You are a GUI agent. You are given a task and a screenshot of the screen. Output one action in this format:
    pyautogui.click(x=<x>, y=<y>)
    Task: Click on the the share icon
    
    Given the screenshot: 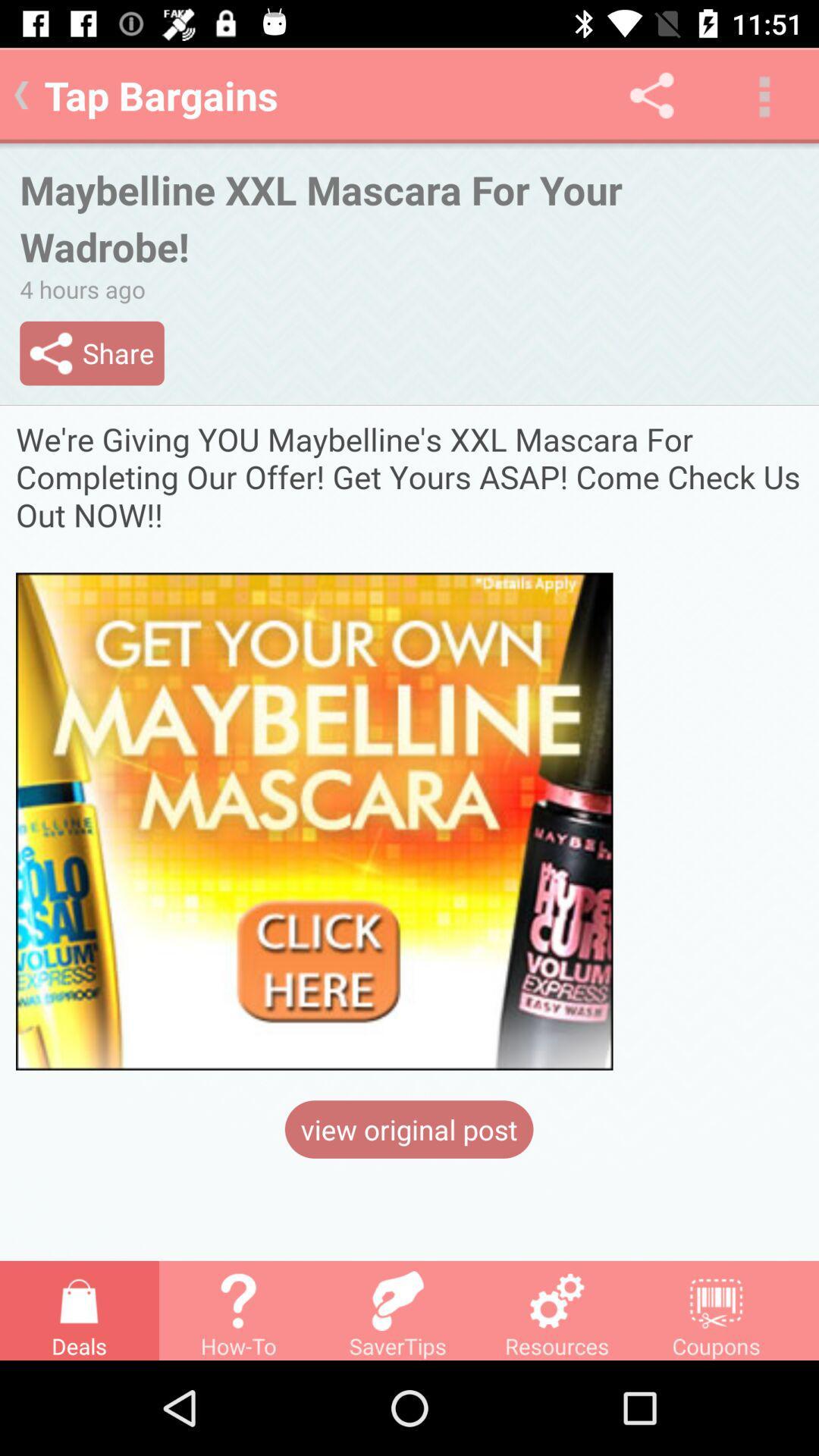 What is the action you would take?
    pyautogui.click(x=651, y=94)
    